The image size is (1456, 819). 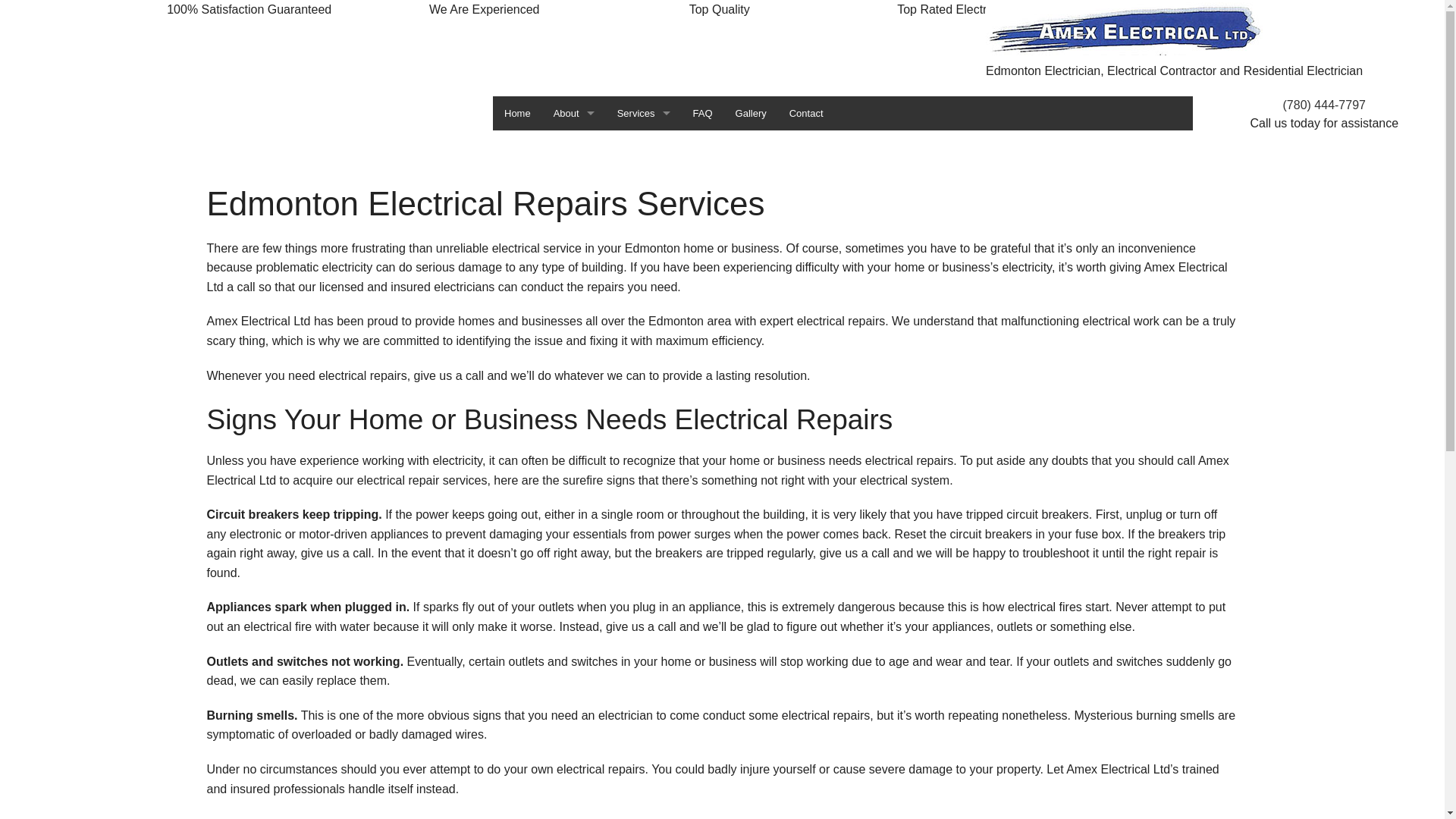 I want to click on '(780) 444-7797', so click(x=1323, y=104).